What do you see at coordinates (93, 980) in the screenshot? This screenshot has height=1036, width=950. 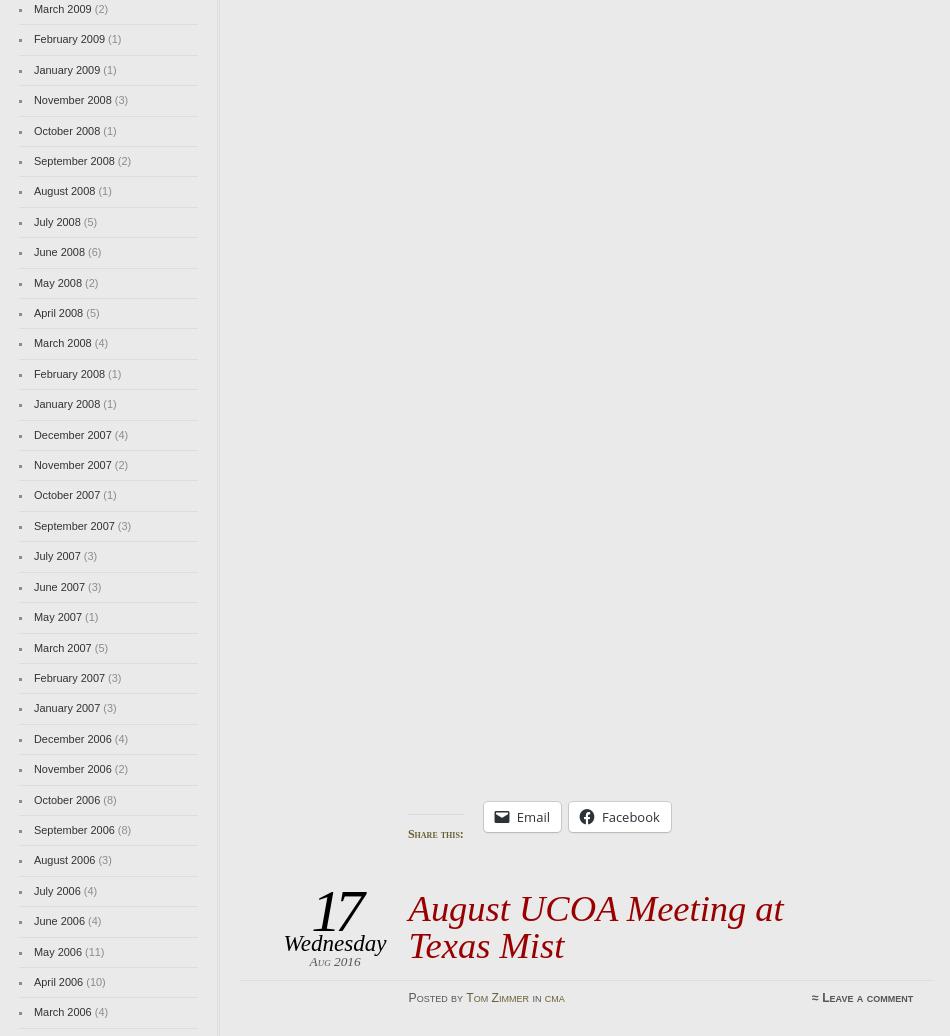 I see `'(10)'` at bounding box center [93, 980].